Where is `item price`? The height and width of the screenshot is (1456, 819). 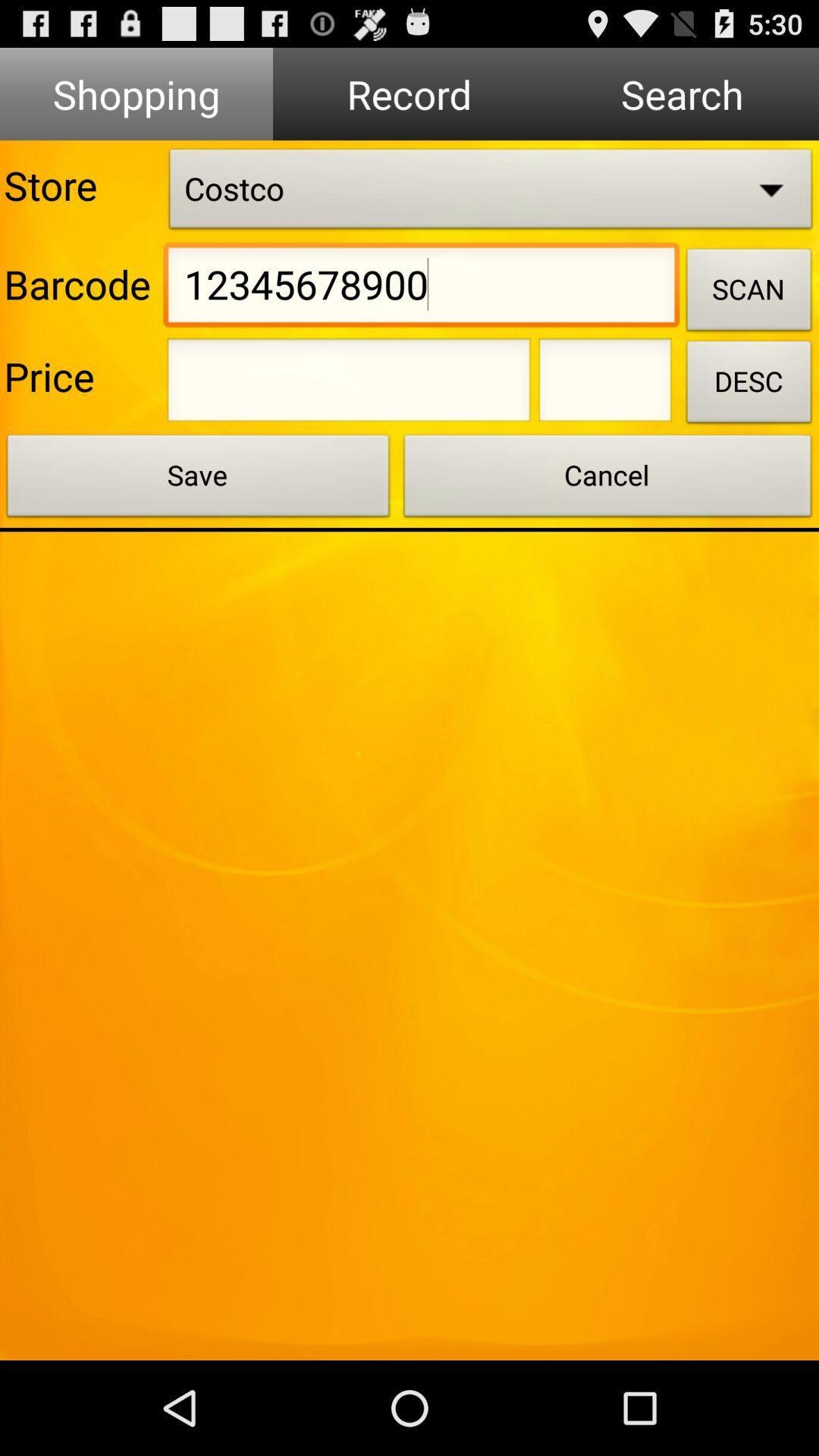 item price is located at coordinates (604, 384).